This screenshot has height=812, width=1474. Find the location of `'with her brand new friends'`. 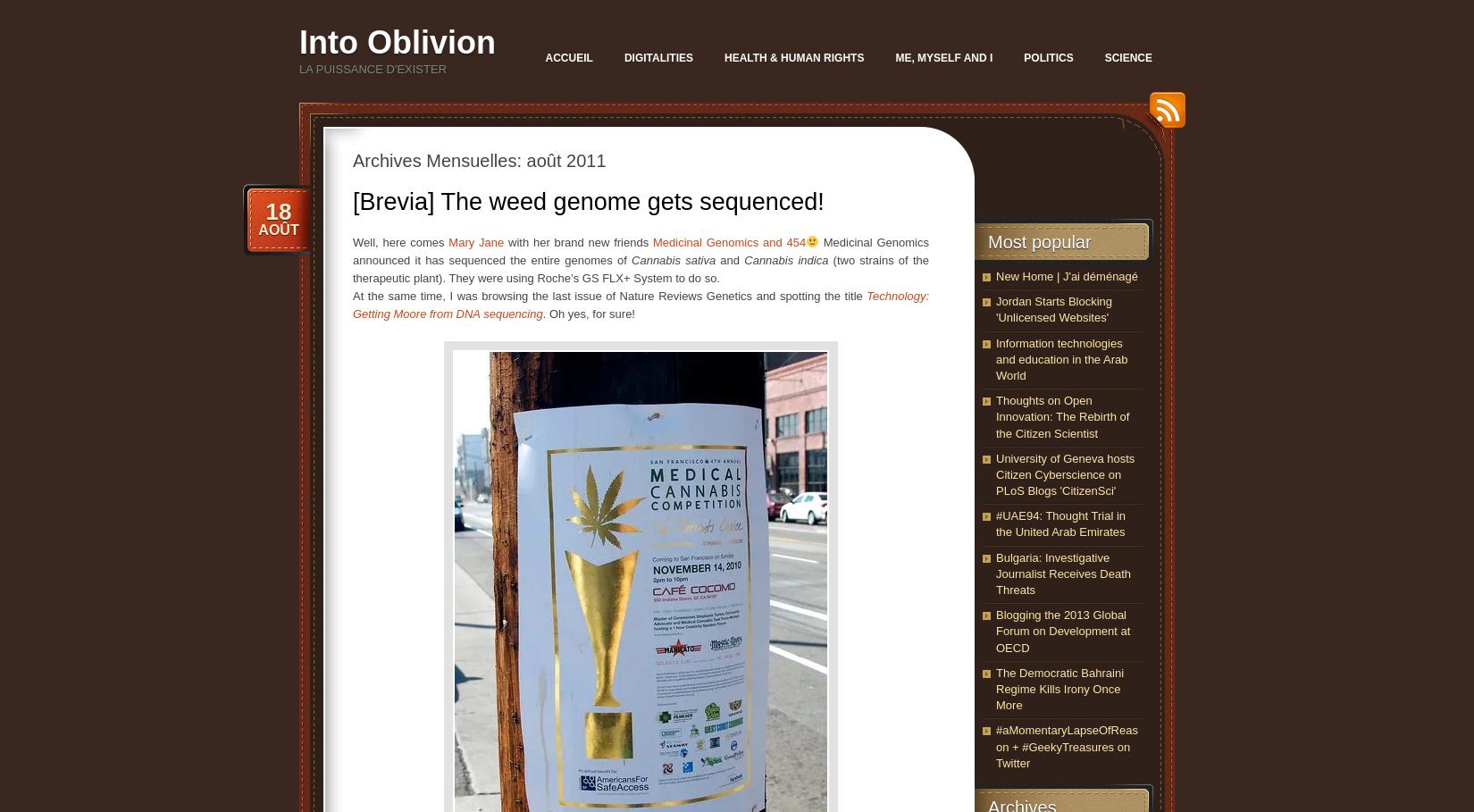

'with her brand new friends' is located at coordinates (576, 242).